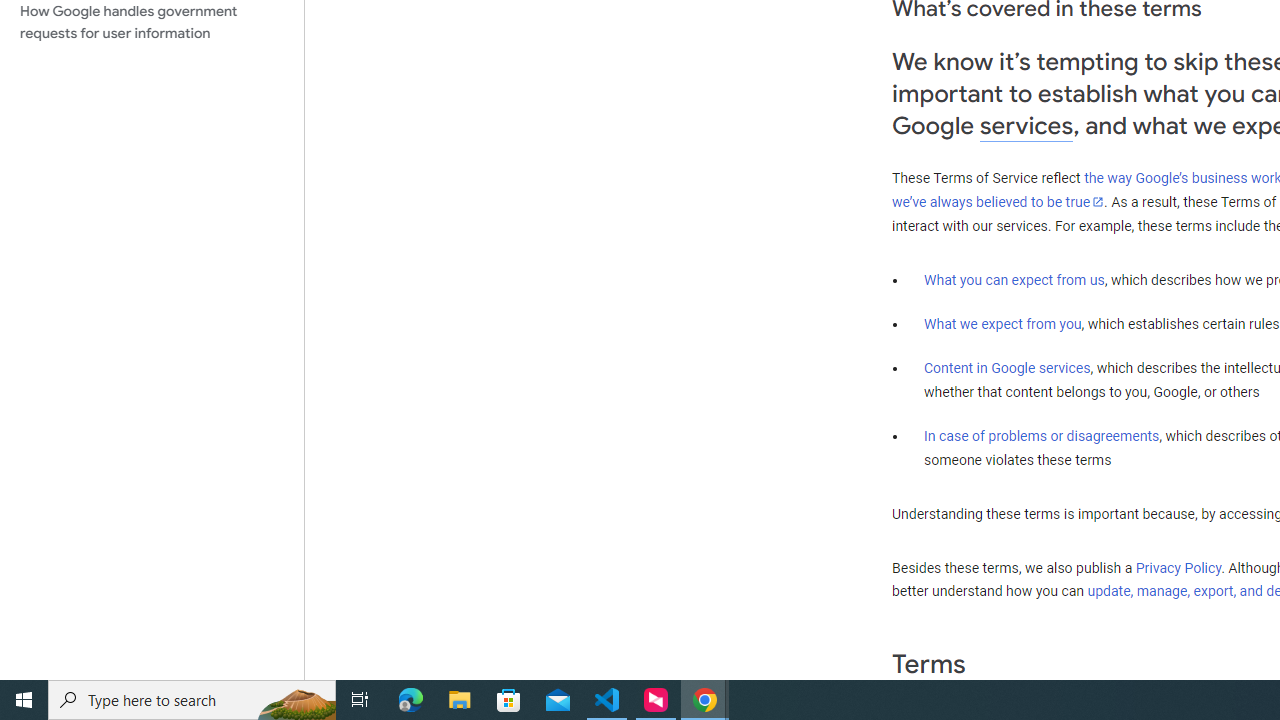 This screenshot has height=720, width=1280. What do you see at coordinates (1026, 125) in the screenshot?
I see `'services'` at bounding box center [1026, 125].